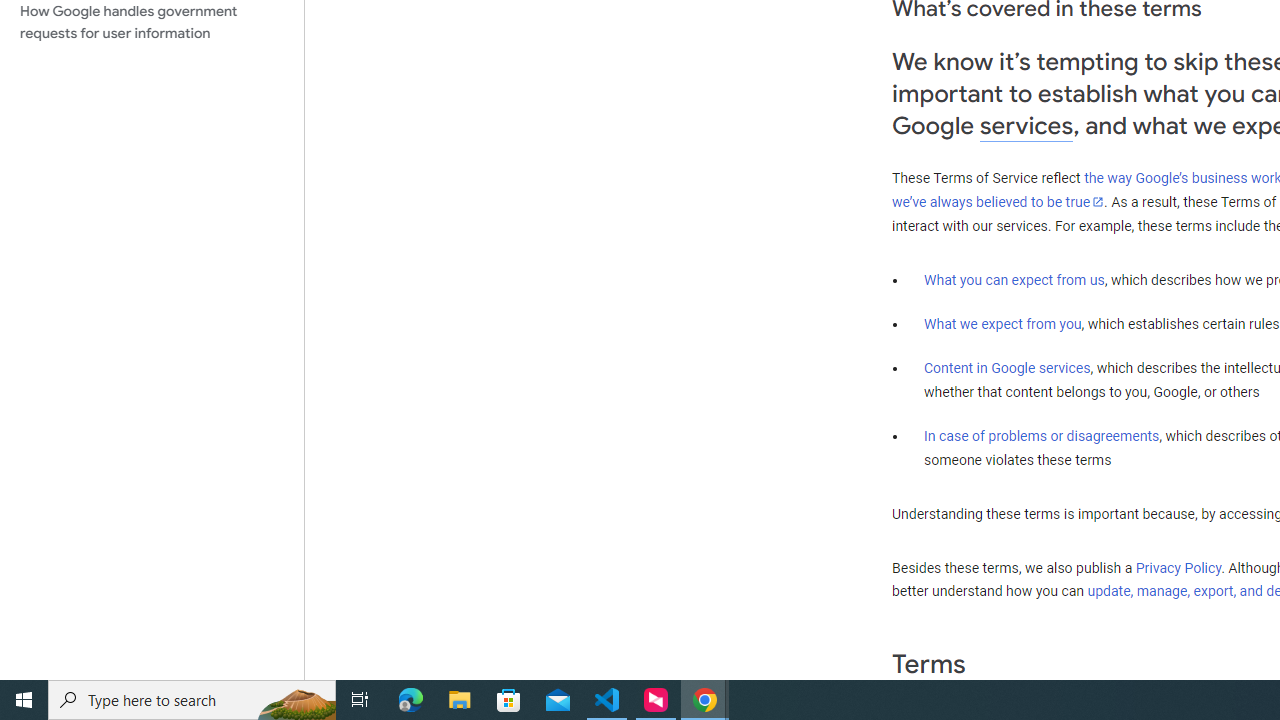 This screenshot has height=720, width=1280. What do you see at coordinates (1026, 125) in the screenshot?
I see `'services'` at bounding box center [1026, 125].